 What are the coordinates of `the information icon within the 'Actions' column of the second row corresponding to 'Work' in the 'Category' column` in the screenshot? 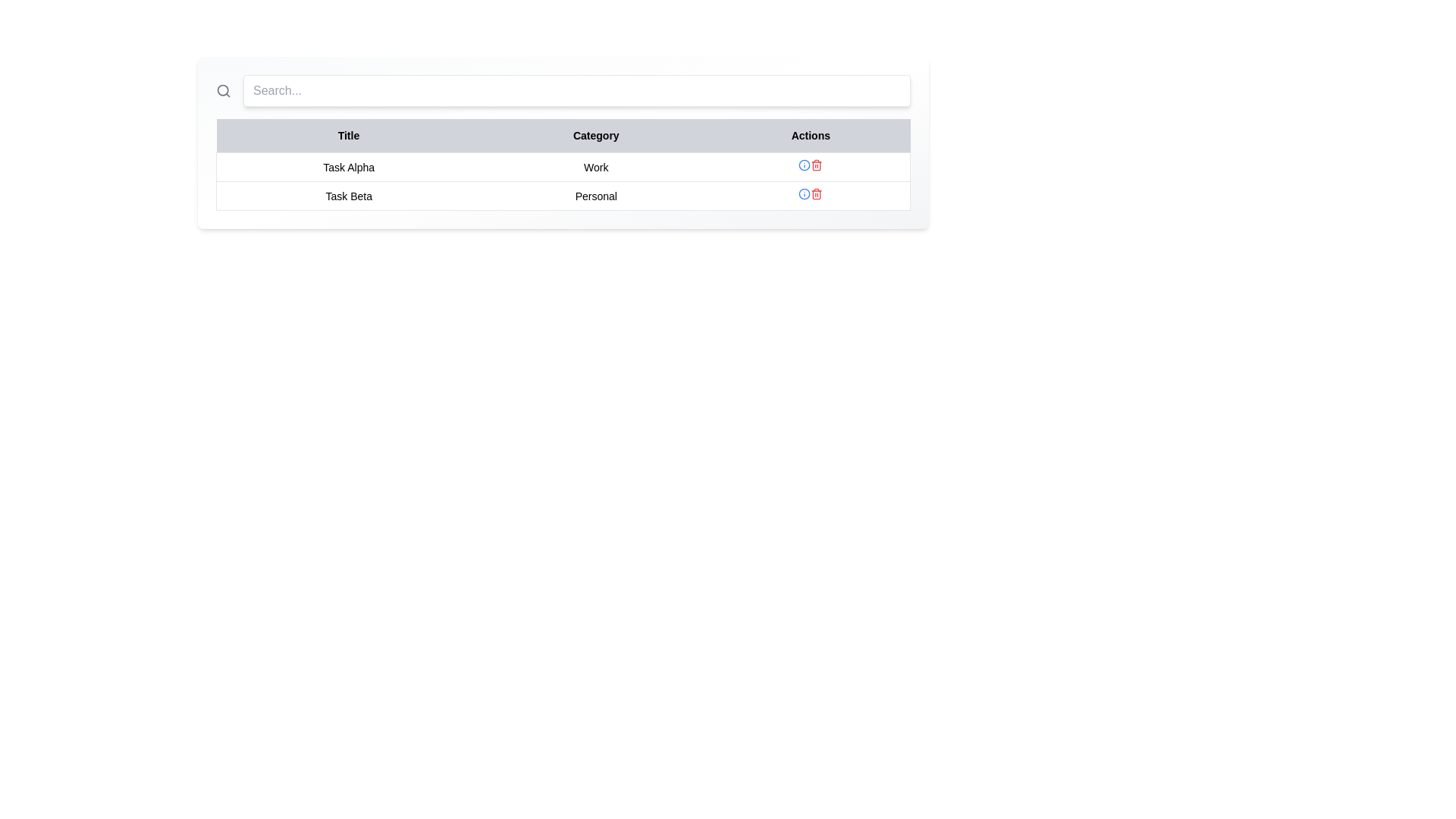 It's located at (810, 167).